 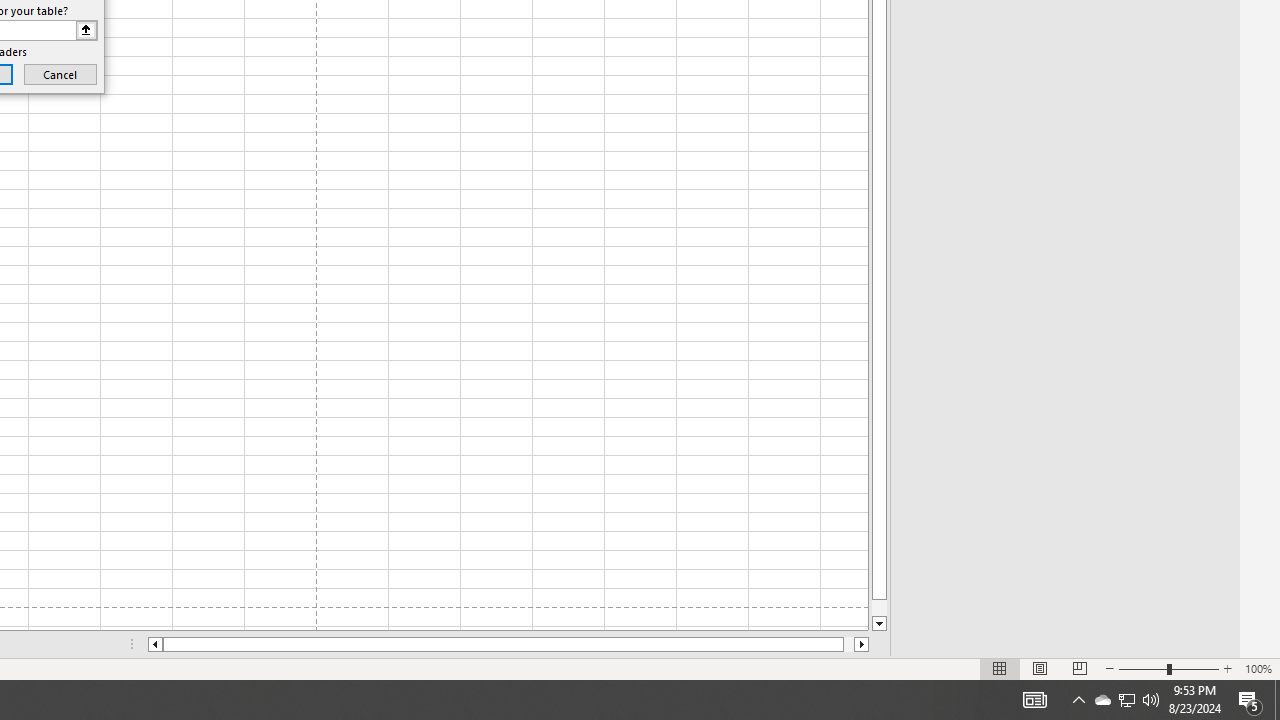 I want to click on 'Page down', so click(x=879, y=607).